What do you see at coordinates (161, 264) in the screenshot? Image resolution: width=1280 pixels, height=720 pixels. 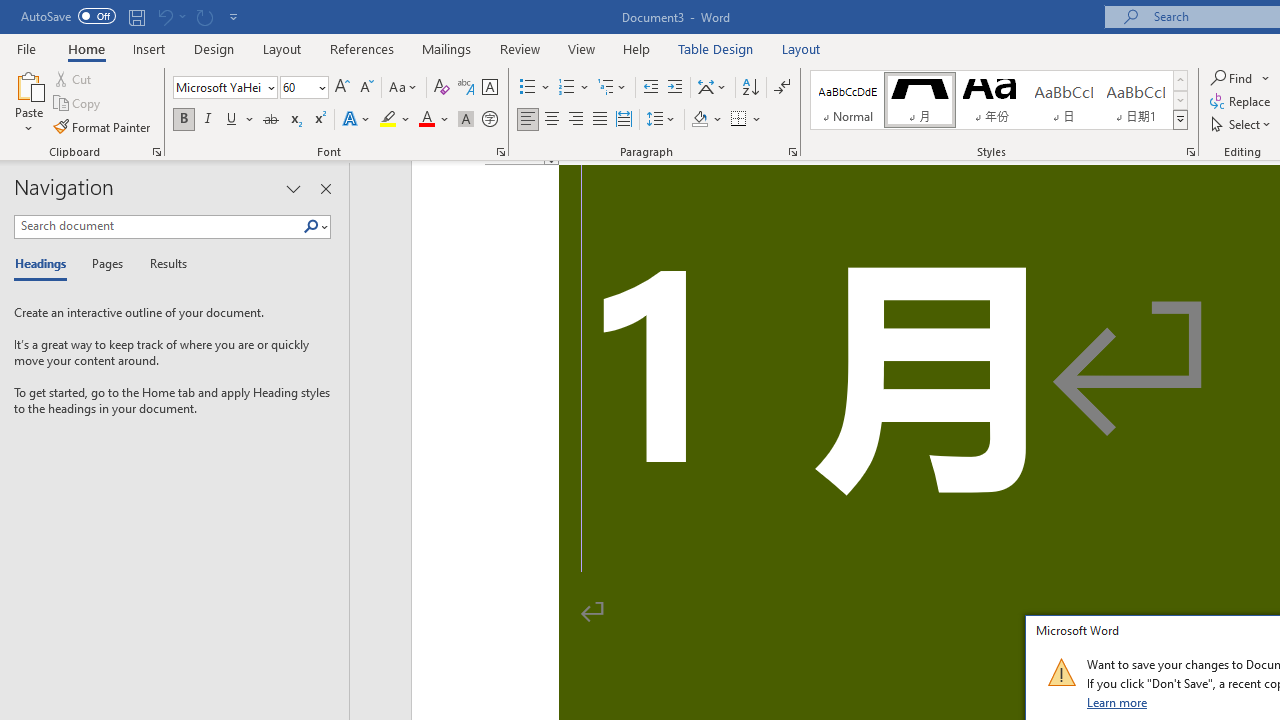 I see `'Results'` at bounding box center [161, 264].